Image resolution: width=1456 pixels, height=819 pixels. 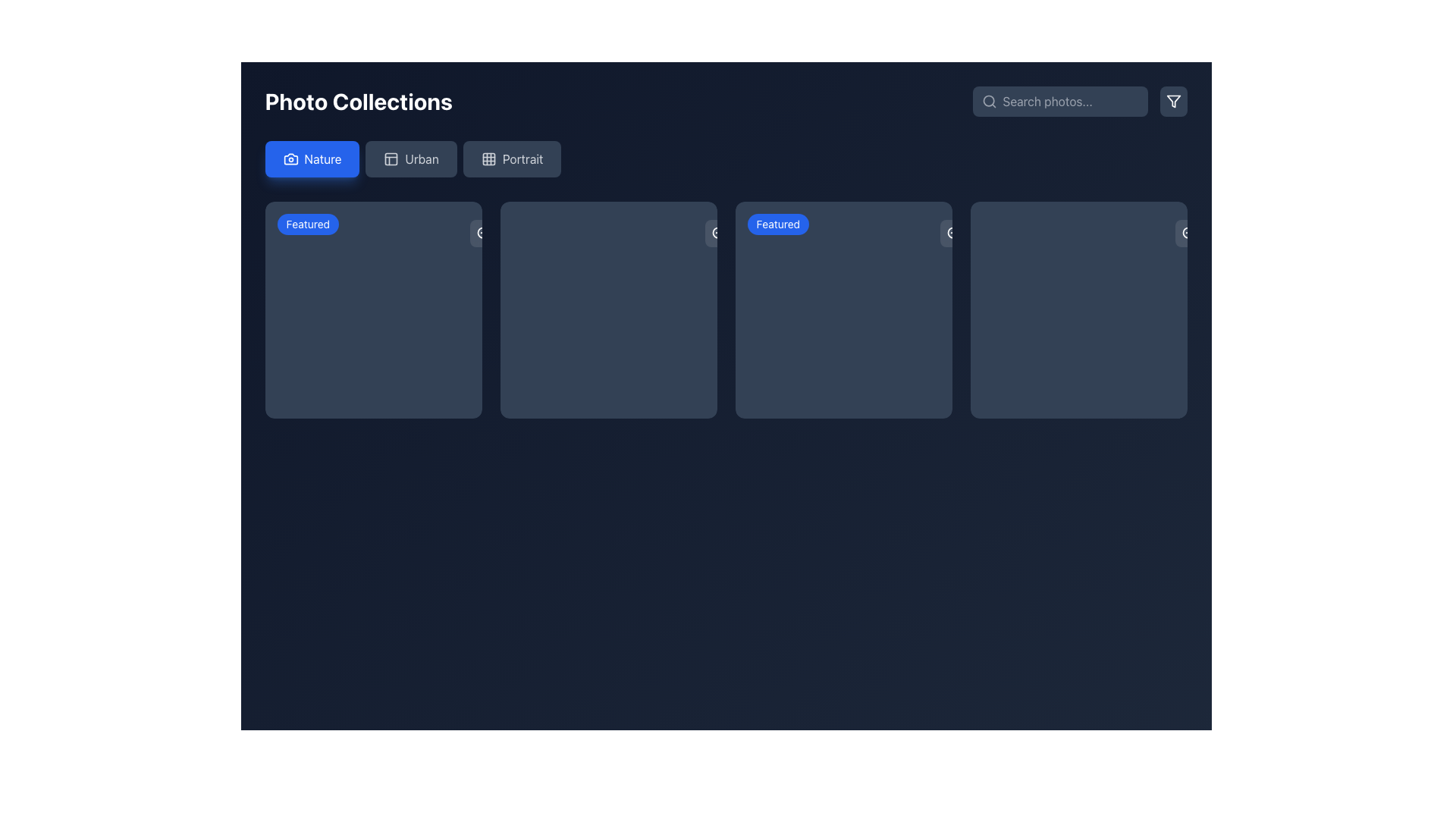 I want to click on the circular graphical element with a border located centrally within the second card from the left in the grid of cards, so click(x=564, y=234).